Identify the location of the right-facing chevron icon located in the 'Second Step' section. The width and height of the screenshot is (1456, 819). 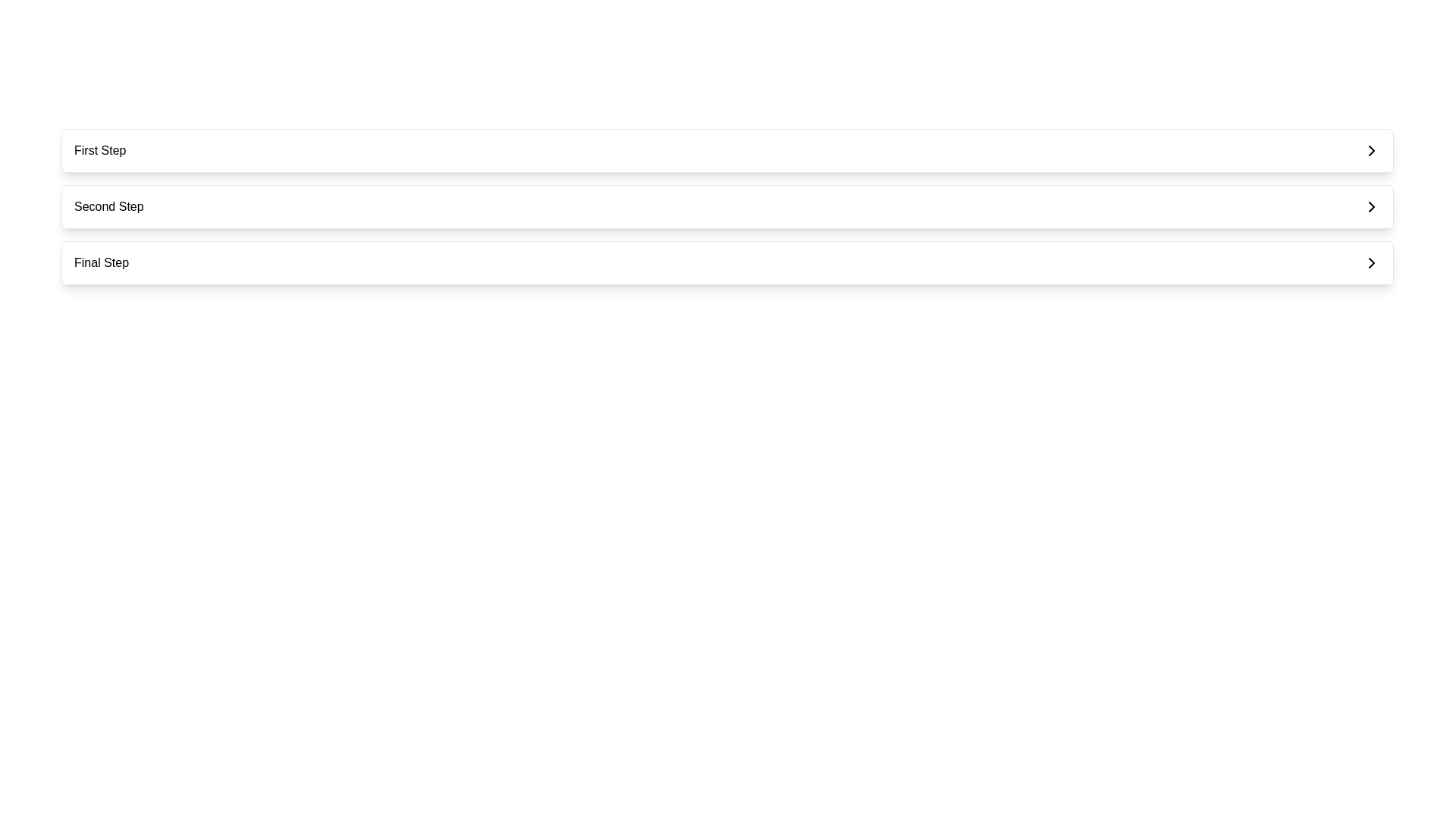
(1372, 207).